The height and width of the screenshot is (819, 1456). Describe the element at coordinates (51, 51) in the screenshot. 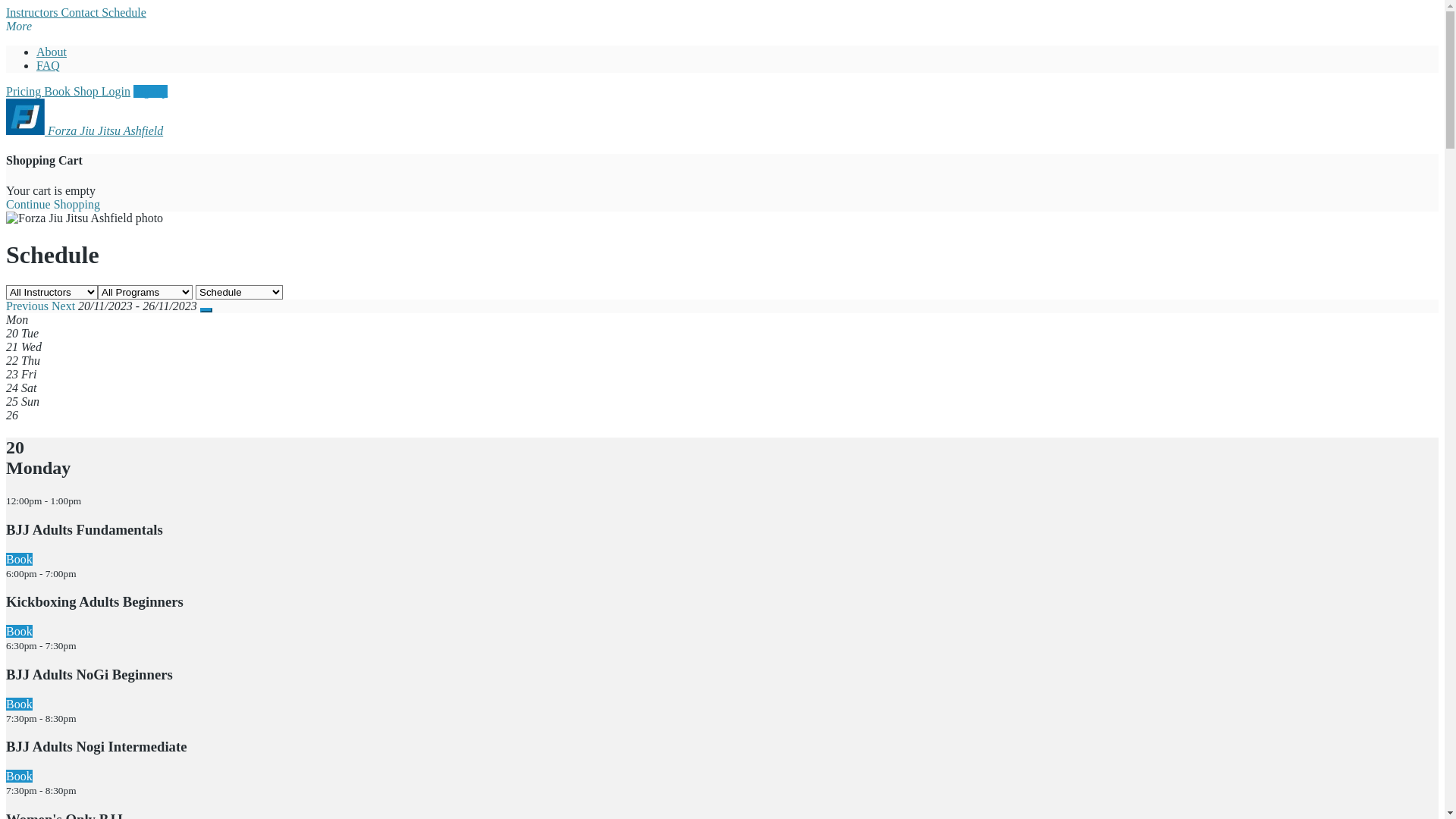

I see `'About'` at that location.